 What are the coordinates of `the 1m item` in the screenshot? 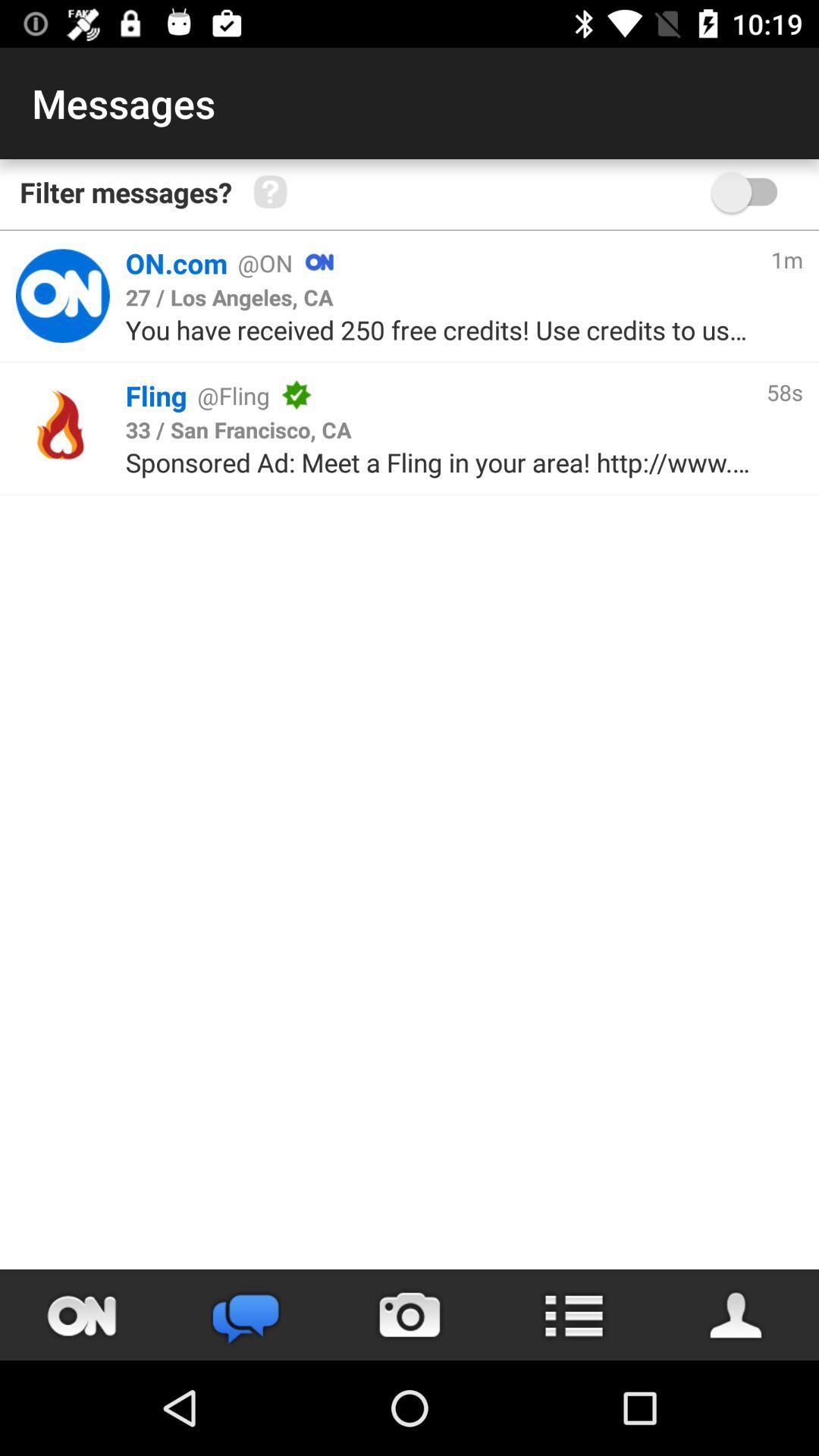 It's located at (786, 259).